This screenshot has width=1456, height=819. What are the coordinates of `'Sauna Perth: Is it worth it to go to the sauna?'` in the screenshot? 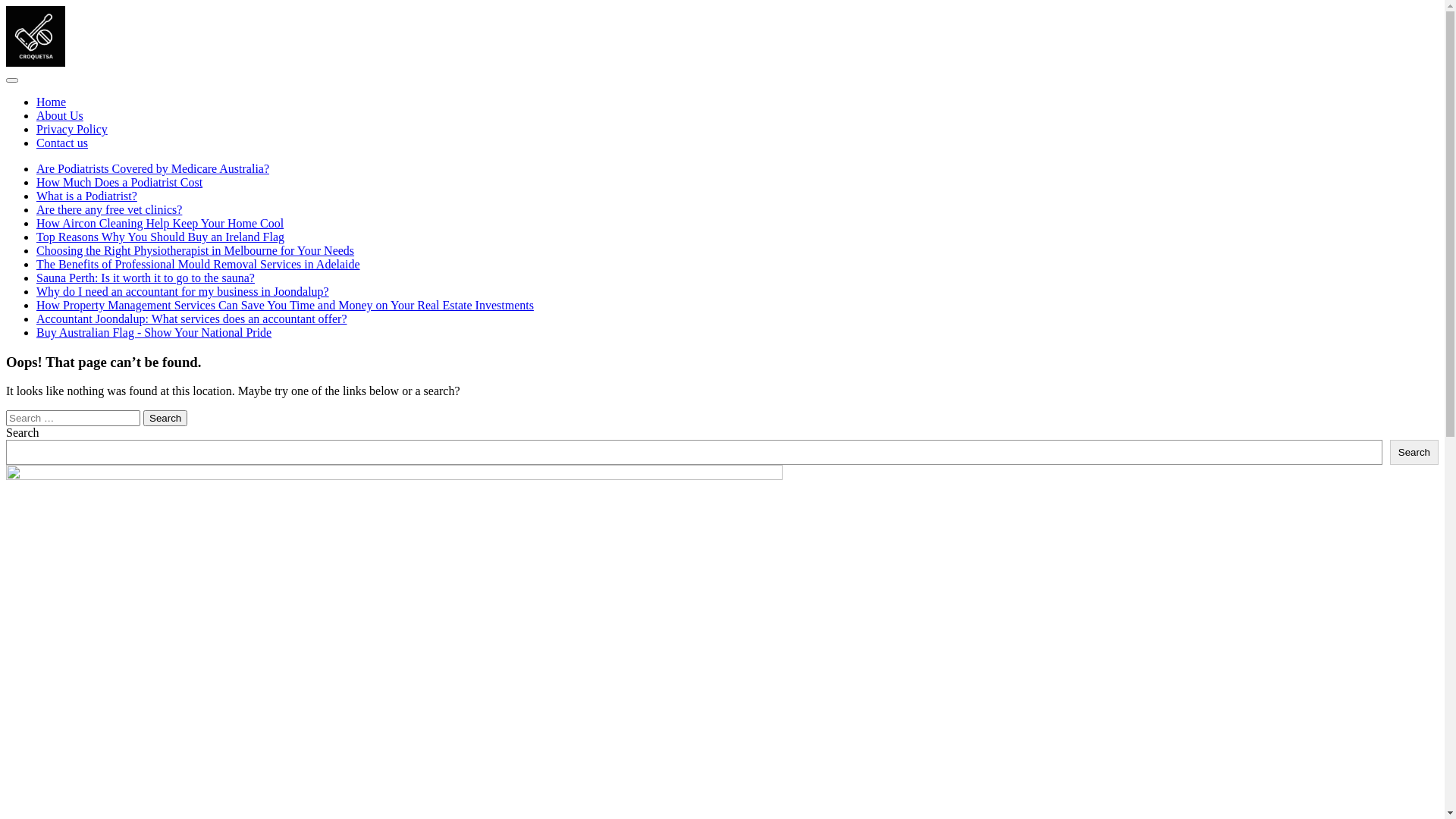 It's located at (36, 278).